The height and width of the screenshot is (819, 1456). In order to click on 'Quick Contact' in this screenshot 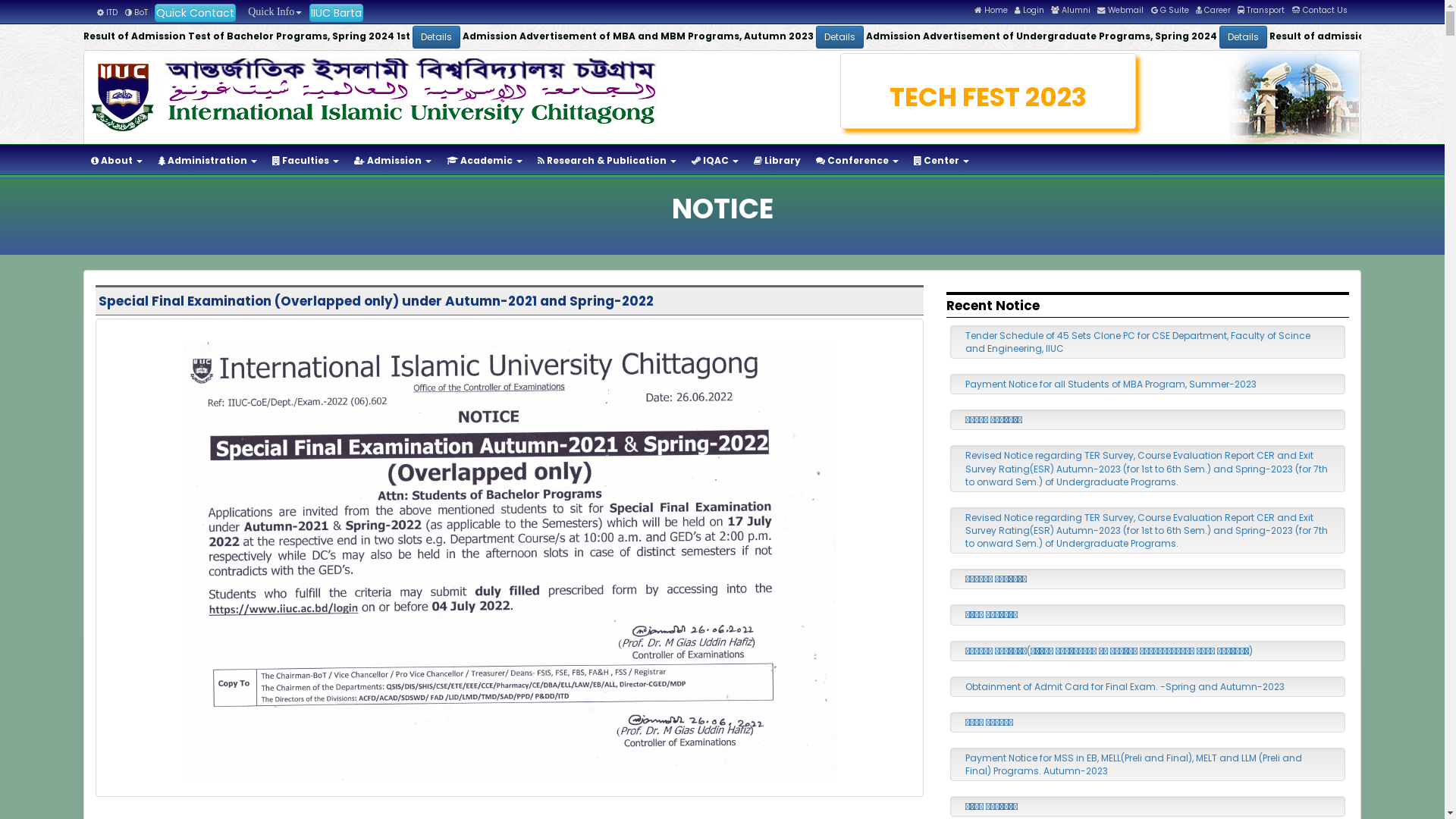, I will do `click(154, 12)`.